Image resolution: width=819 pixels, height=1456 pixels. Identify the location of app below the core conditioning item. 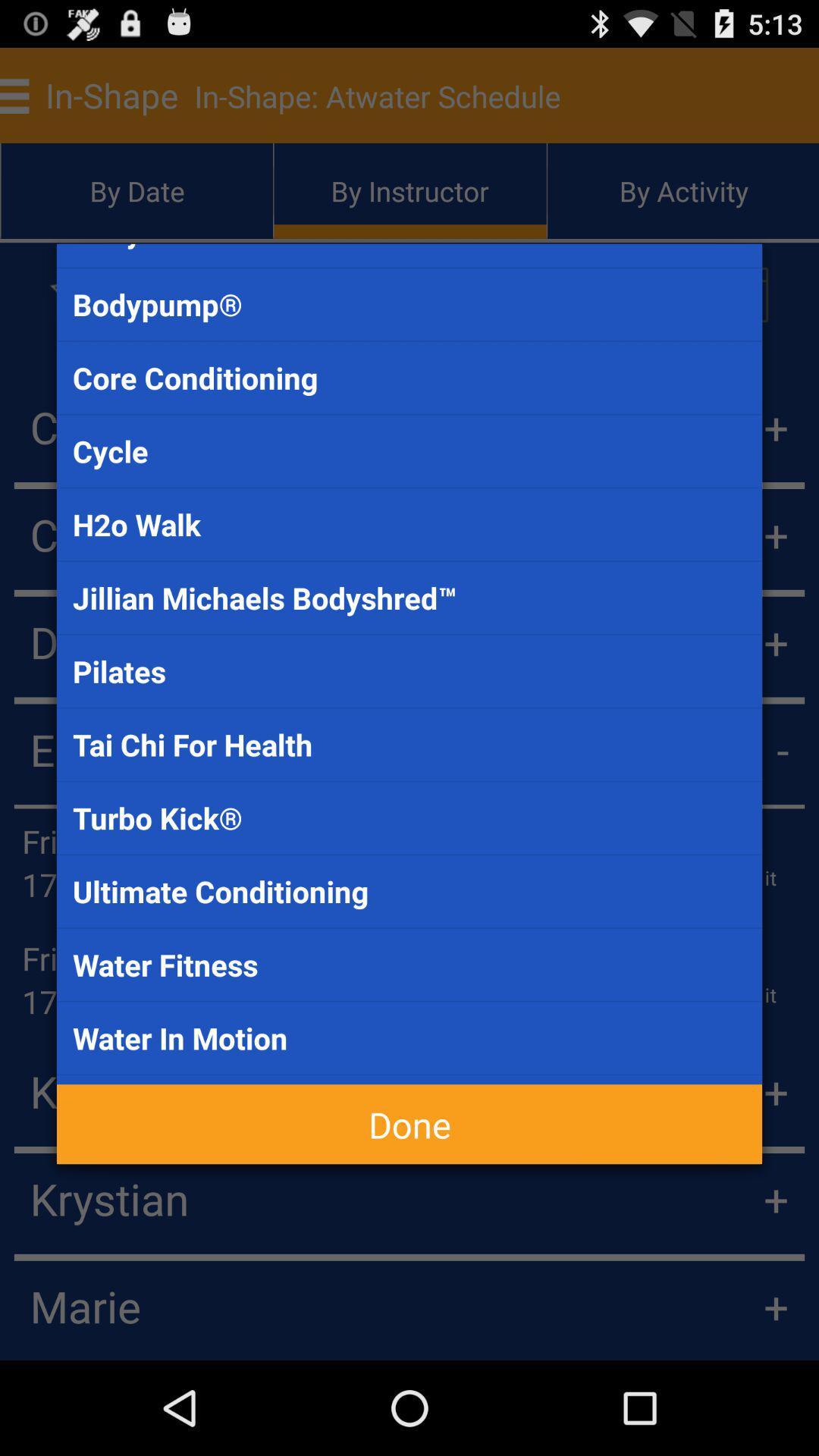
(409, 450).